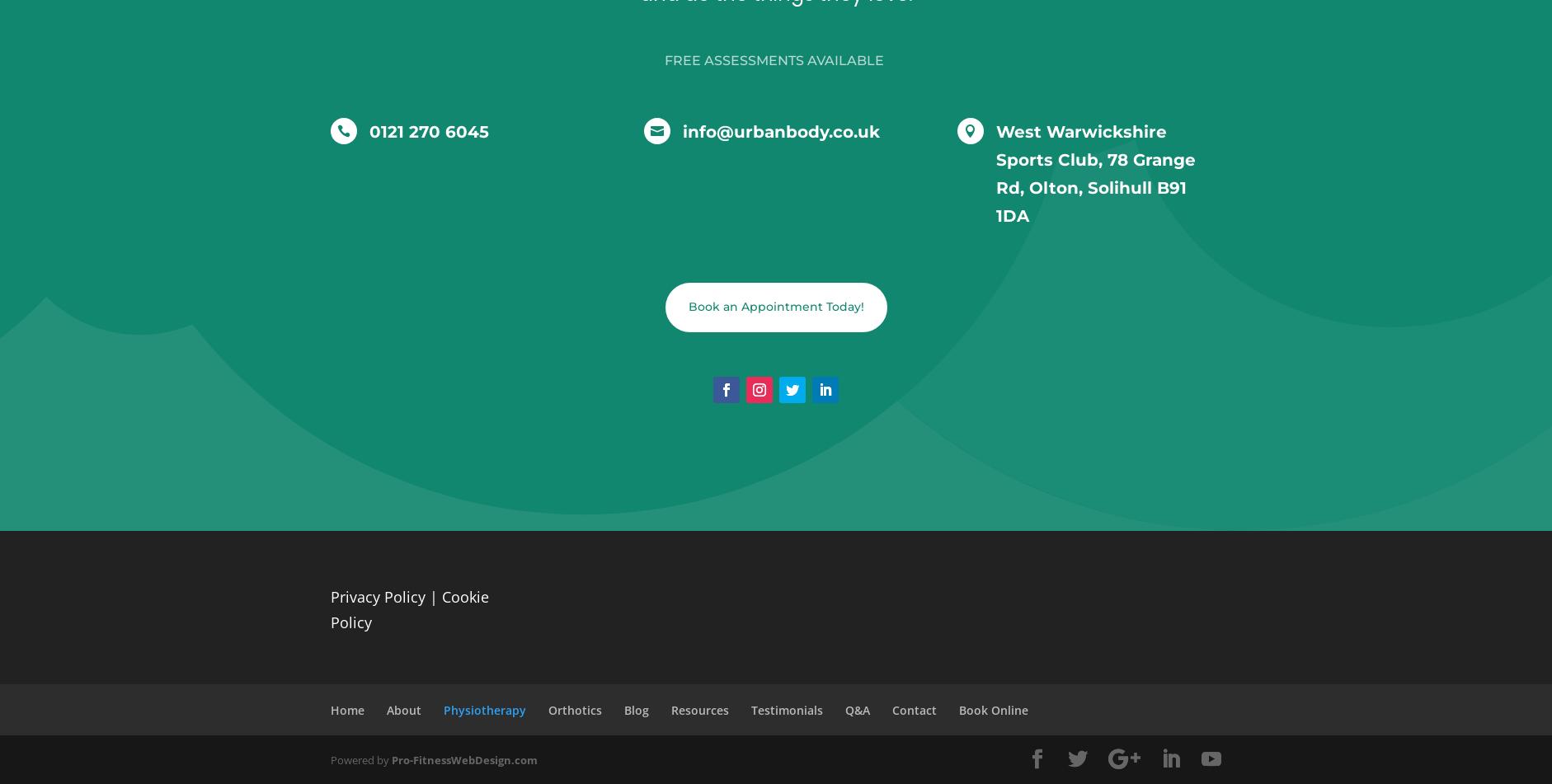  Describe the element at coordinates (959, 708) in the screenshot. I see `'Book Online'` at that location.